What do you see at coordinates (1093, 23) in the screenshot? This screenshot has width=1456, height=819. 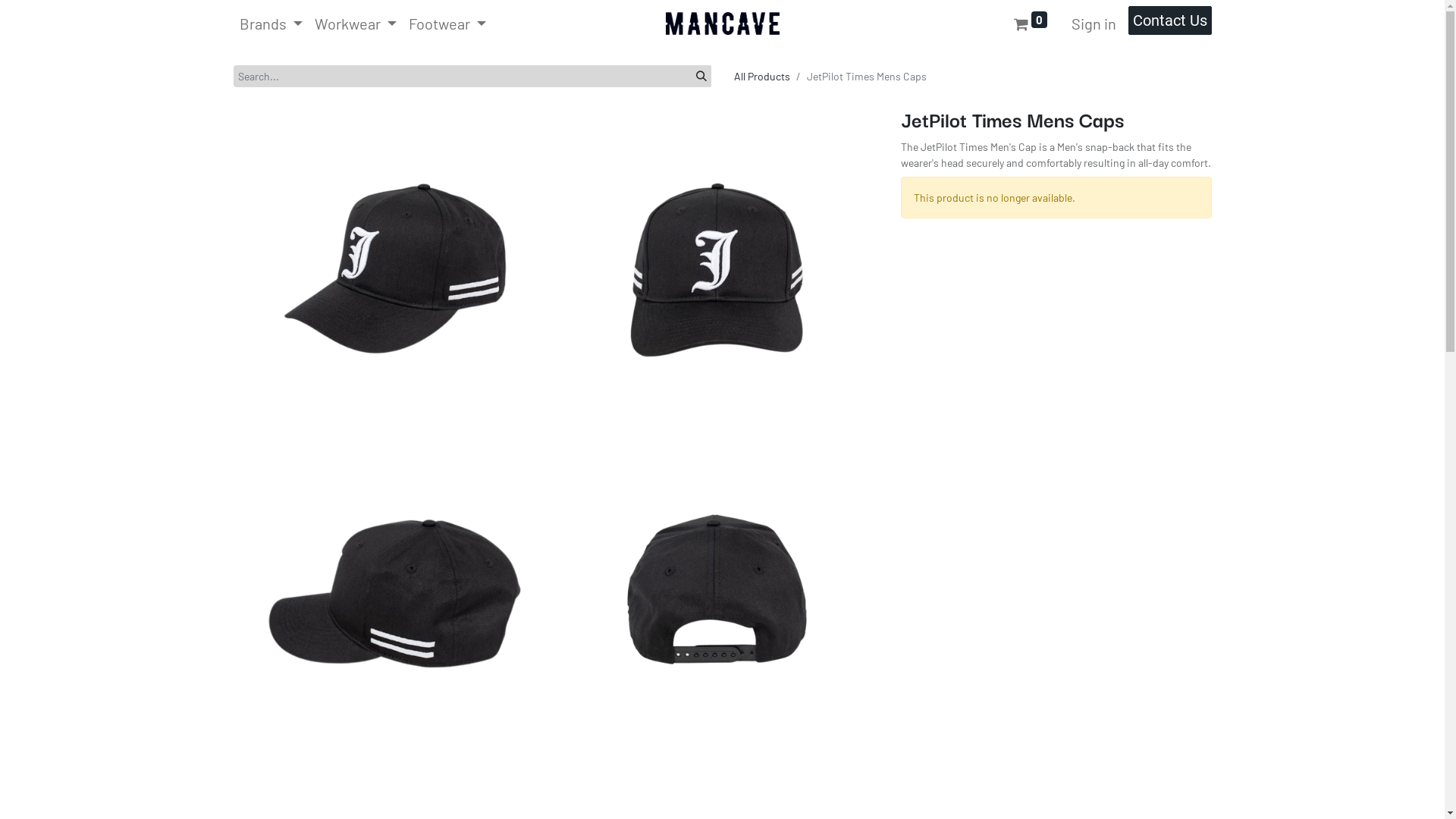 I see `'Sign in'` at bounding box center [1093, 23].